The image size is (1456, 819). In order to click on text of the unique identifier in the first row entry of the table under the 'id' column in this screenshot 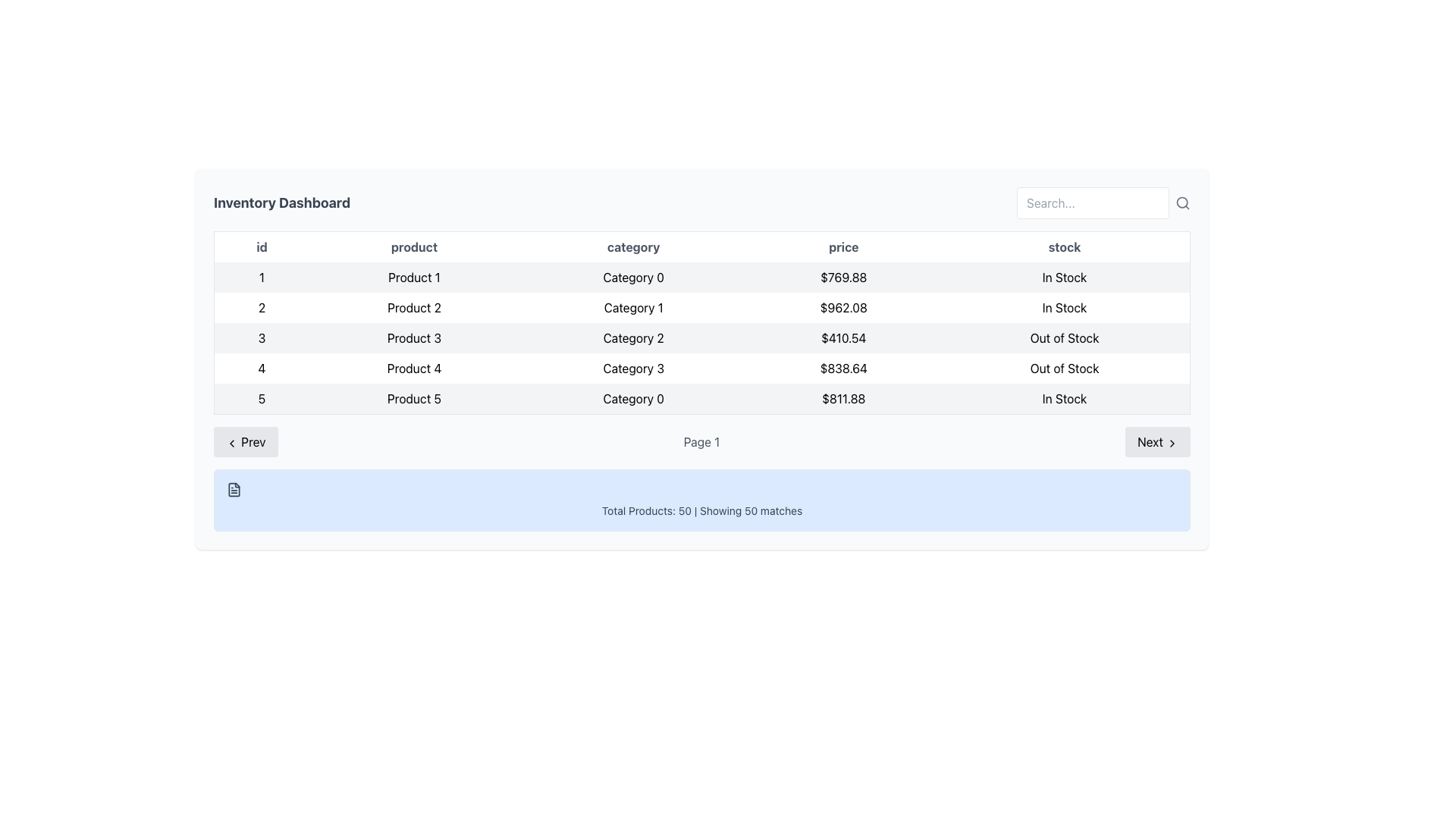, I will do `click(262, 278)`.